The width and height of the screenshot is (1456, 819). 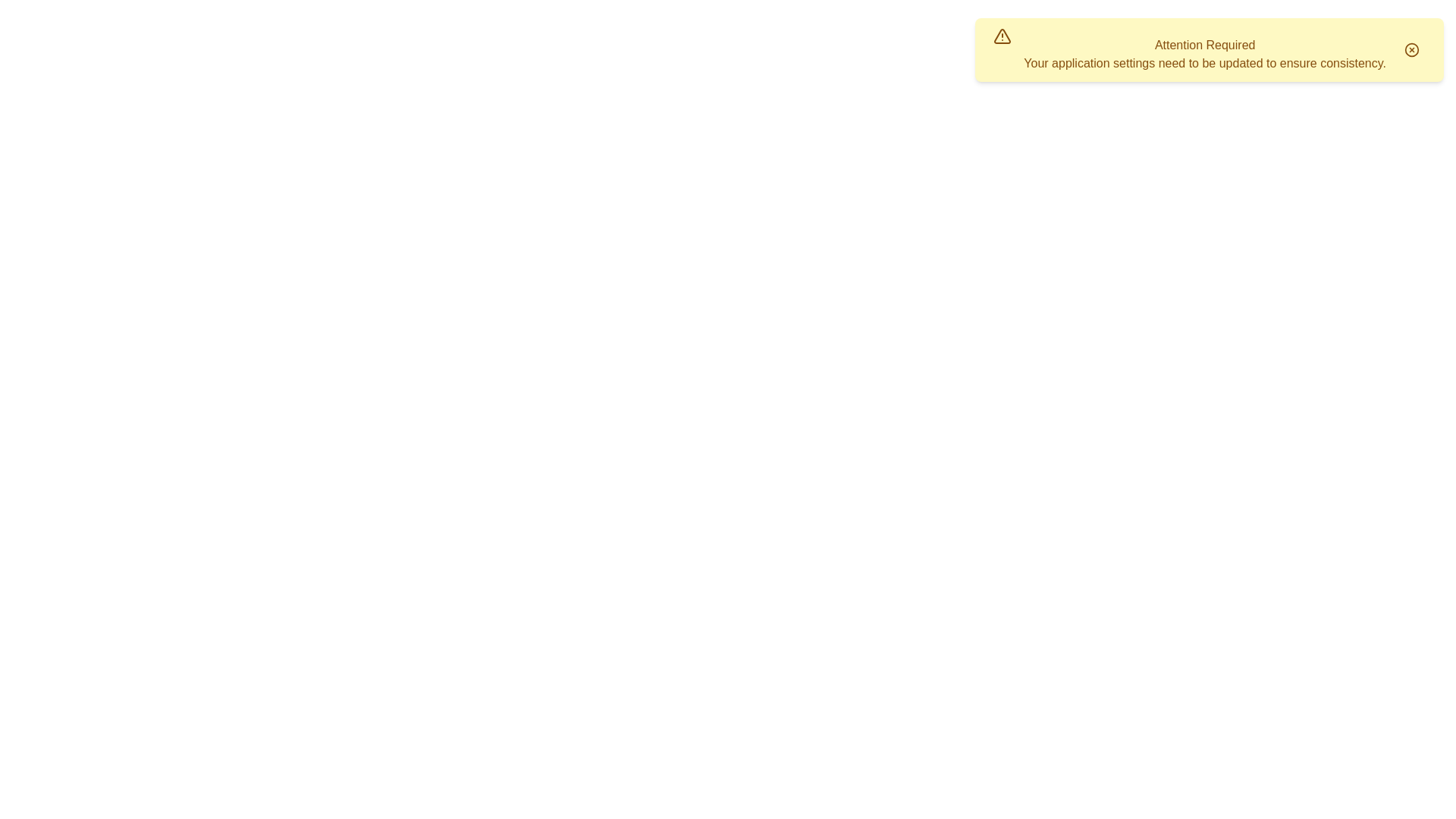 I want to click on the notification box with a yellow background and the title 'Attention Required' to focus on its details, so click(x=1209, y=49).